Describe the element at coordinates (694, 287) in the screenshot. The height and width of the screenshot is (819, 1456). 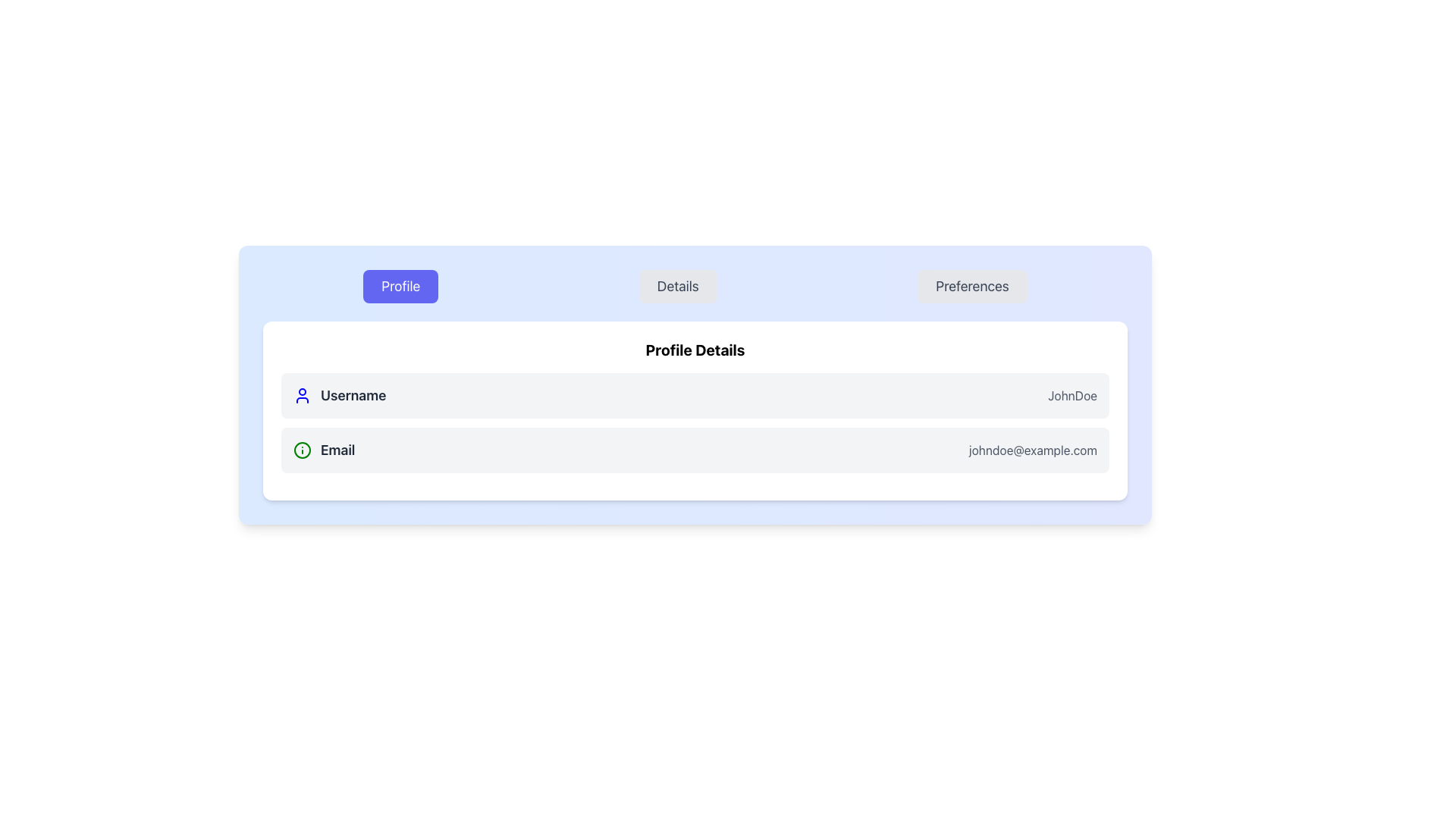
I see `the 'Details' tab in the navigation bar` at that location.